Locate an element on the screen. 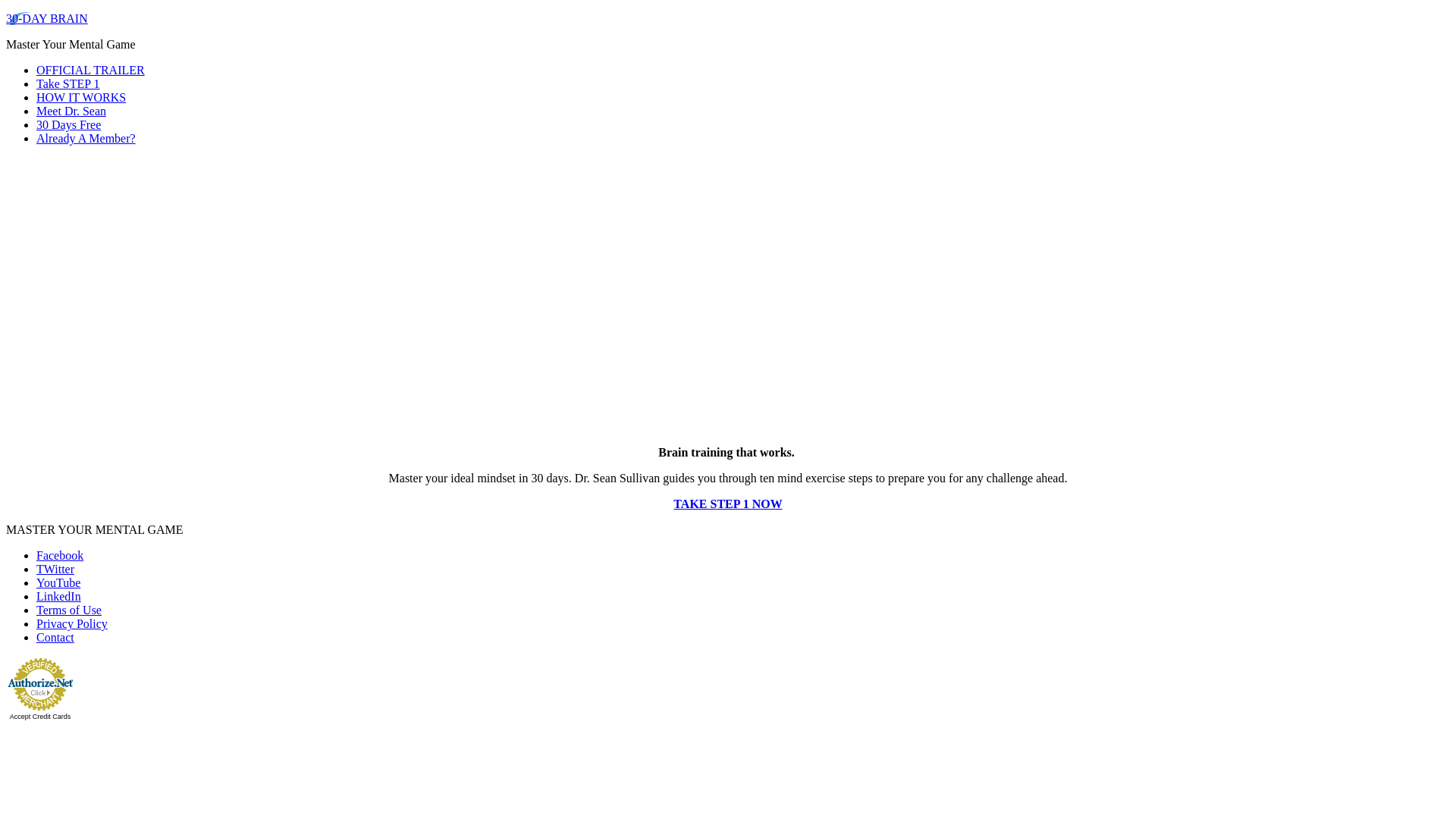 This screenshot has width=1456, height=819. 'Meet Dr. Sean' is located at coordinates (71, 110).